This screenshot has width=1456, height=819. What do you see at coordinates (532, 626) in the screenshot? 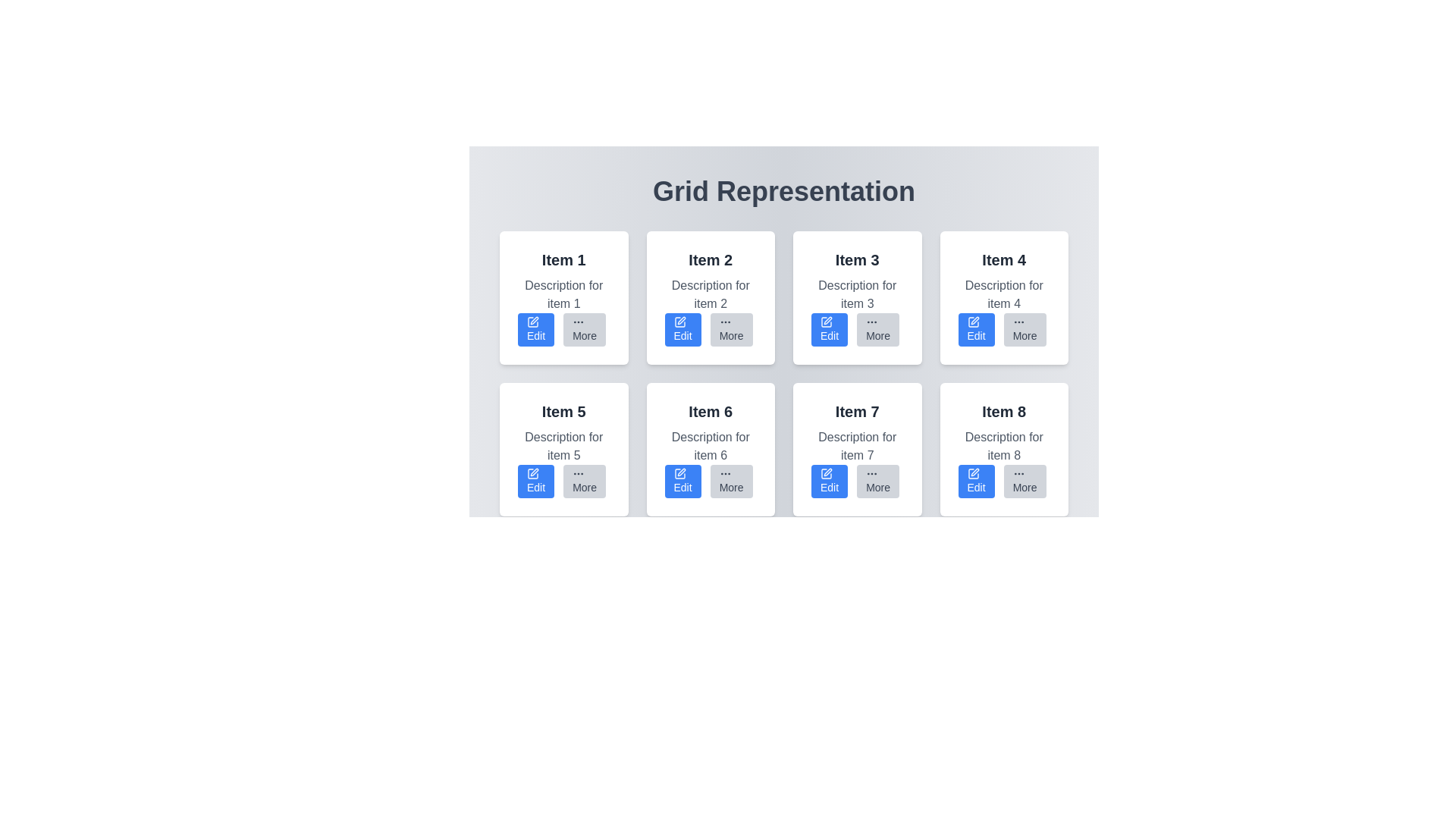
I see `the outlined square icon with rounded corners located under the card labelled 'Item 5' in the bottom row of the grid for accessibility navigation` at bounding box center [532, 626].